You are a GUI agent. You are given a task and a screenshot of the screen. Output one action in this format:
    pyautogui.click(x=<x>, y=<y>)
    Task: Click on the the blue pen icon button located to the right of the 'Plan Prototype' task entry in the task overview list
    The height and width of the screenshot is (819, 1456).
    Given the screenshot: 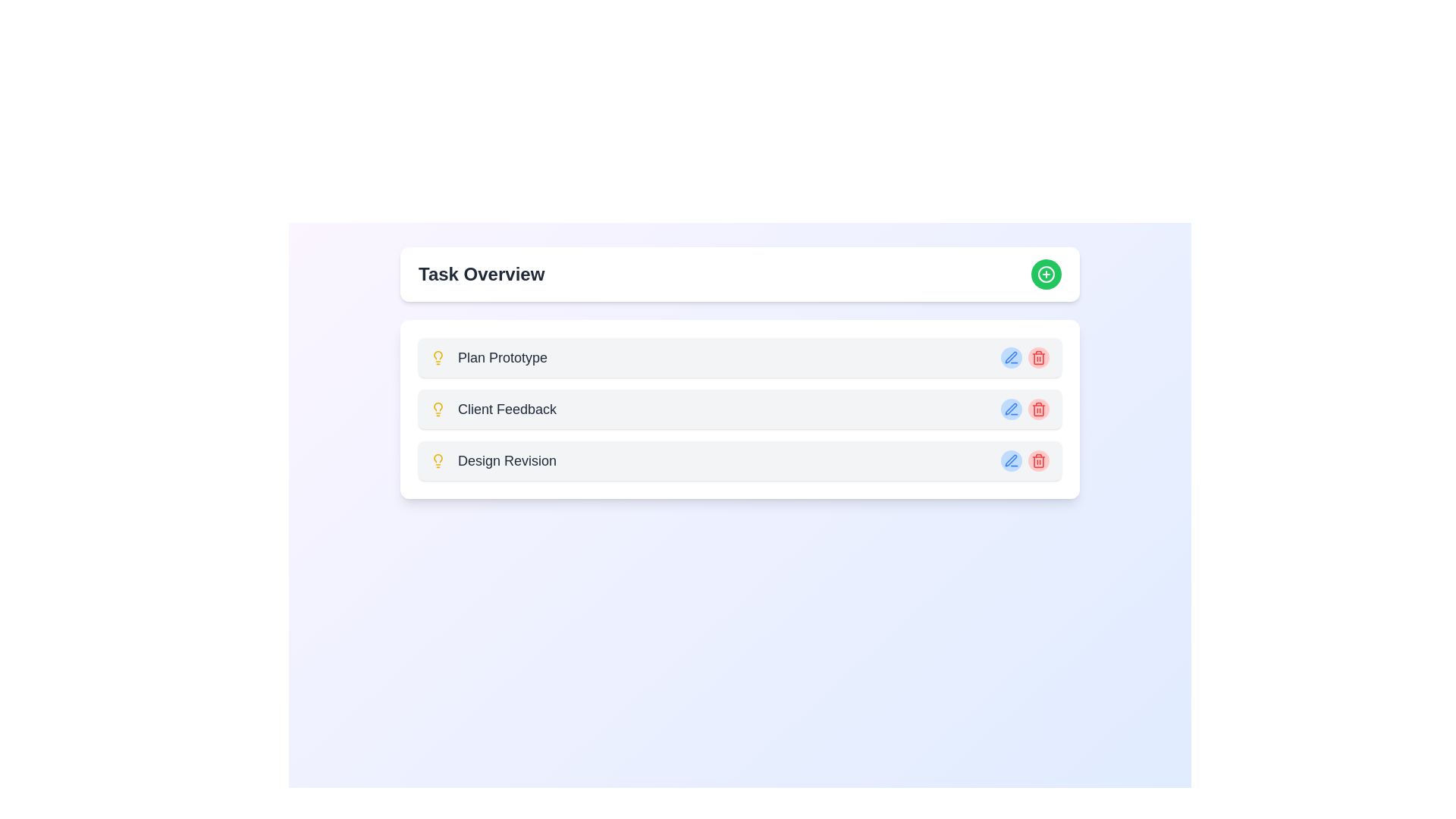 What is the action you would take?
    pyautogui.click(x=1012, y=357)
    